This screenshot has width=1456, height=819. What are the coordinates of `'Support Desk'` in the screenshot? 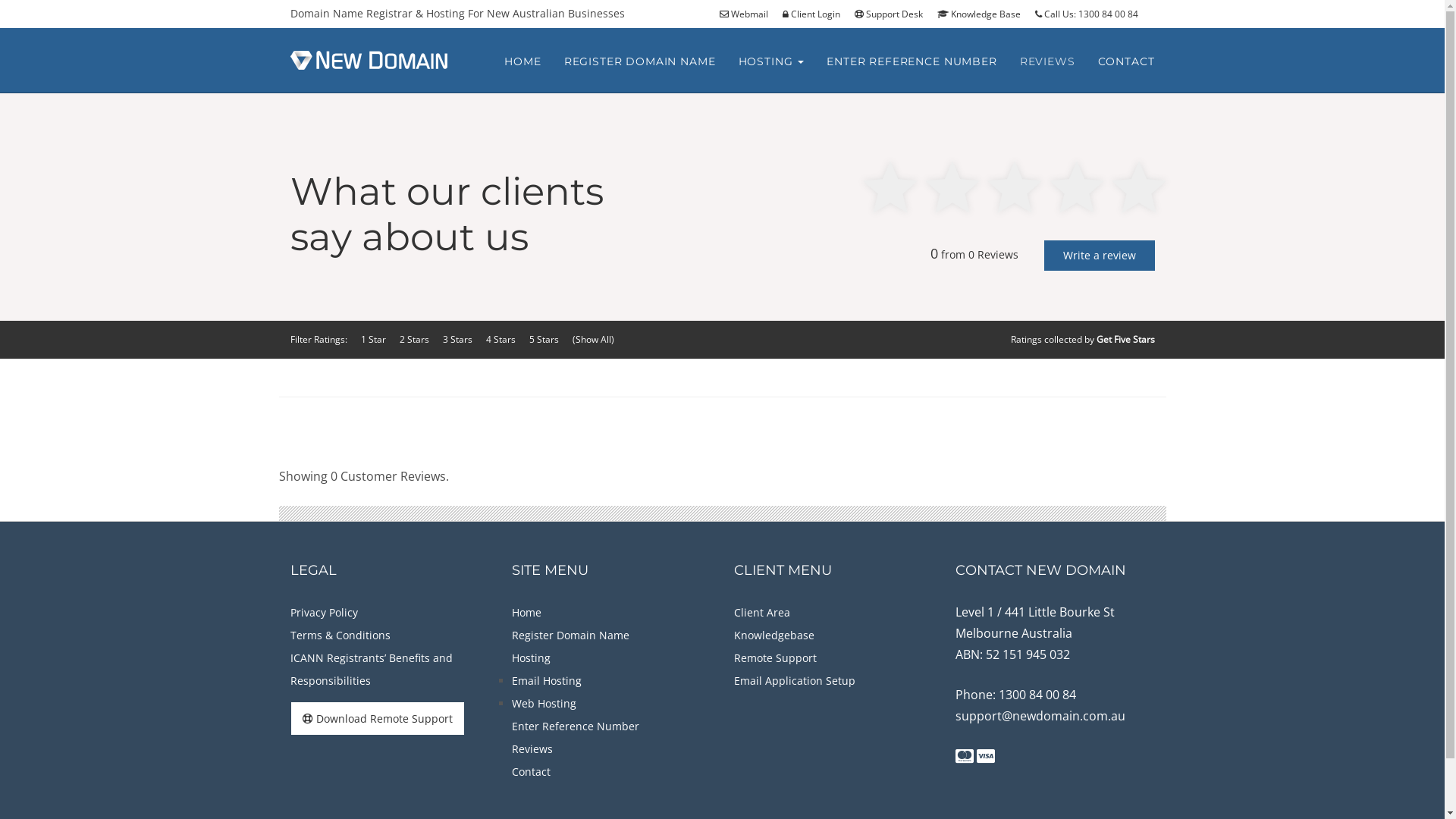 It's located at (893, 14).